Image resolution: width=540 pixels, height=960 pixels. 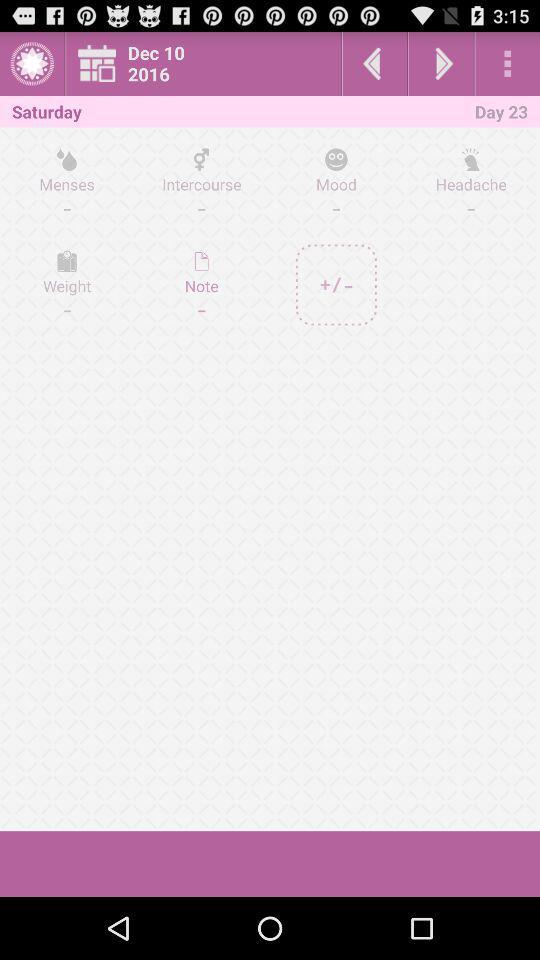 What do you see at coordinates (374, 68) in the screenshot?
I see `the arrow_backward icon` at bounding box center [374, 68].